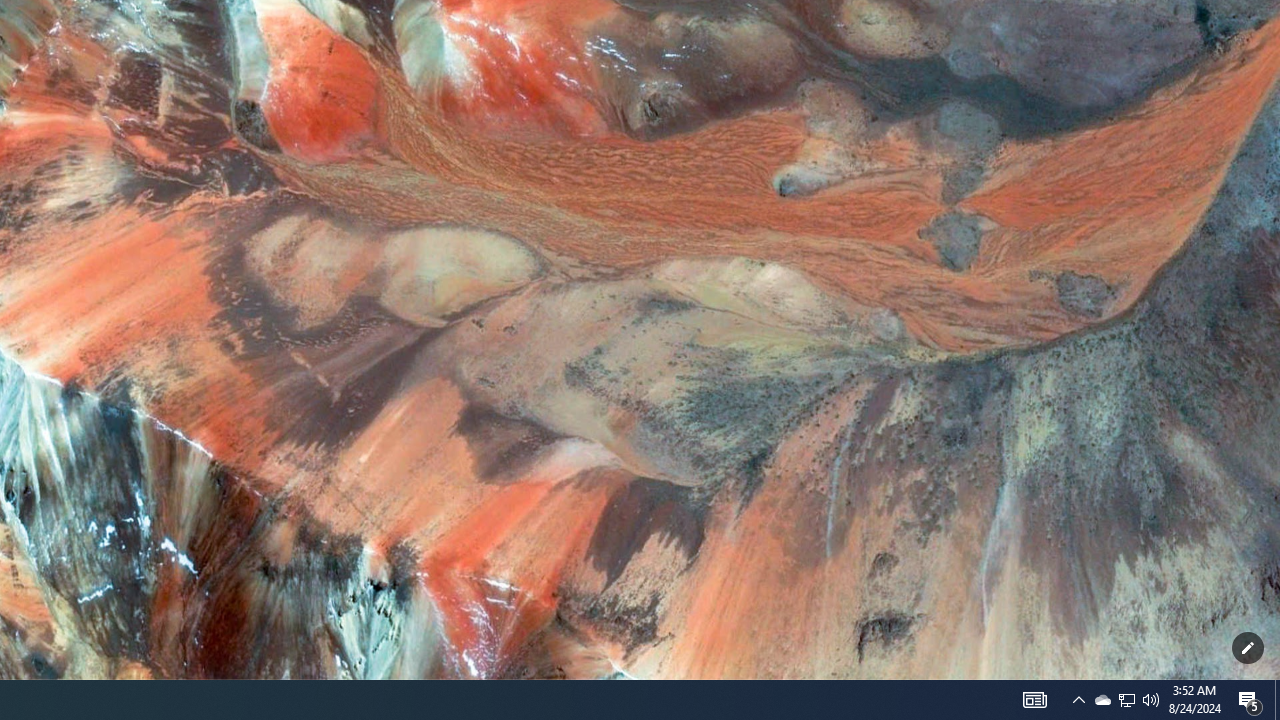  Describe the element at coordinates (1247, 648) in the screenshot. I see `'Customize this page'` at that location.